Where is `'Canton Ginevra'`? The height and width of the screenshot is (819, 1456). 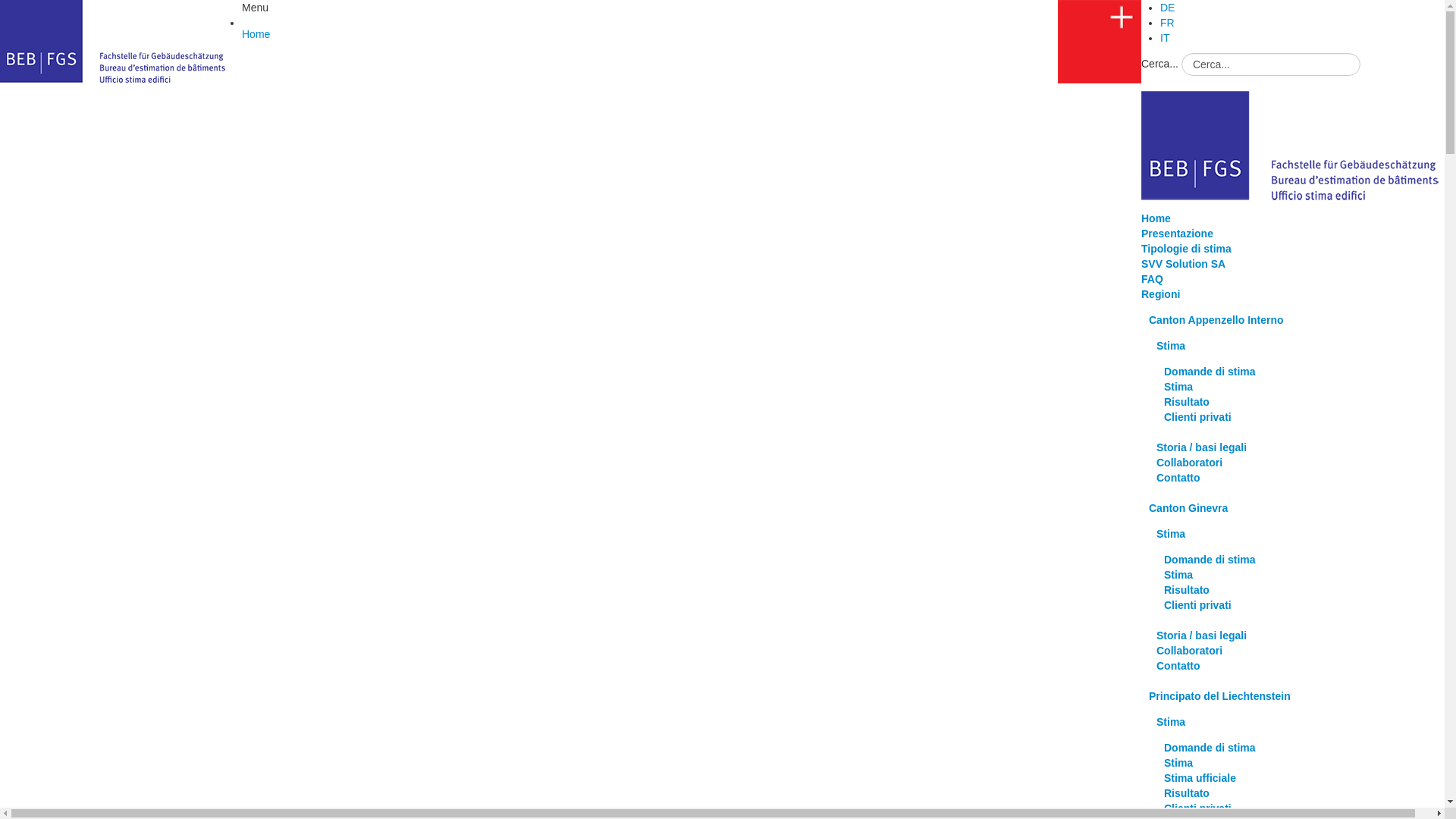 'Canton Ginevra' is located at coordinates (1149, 508).